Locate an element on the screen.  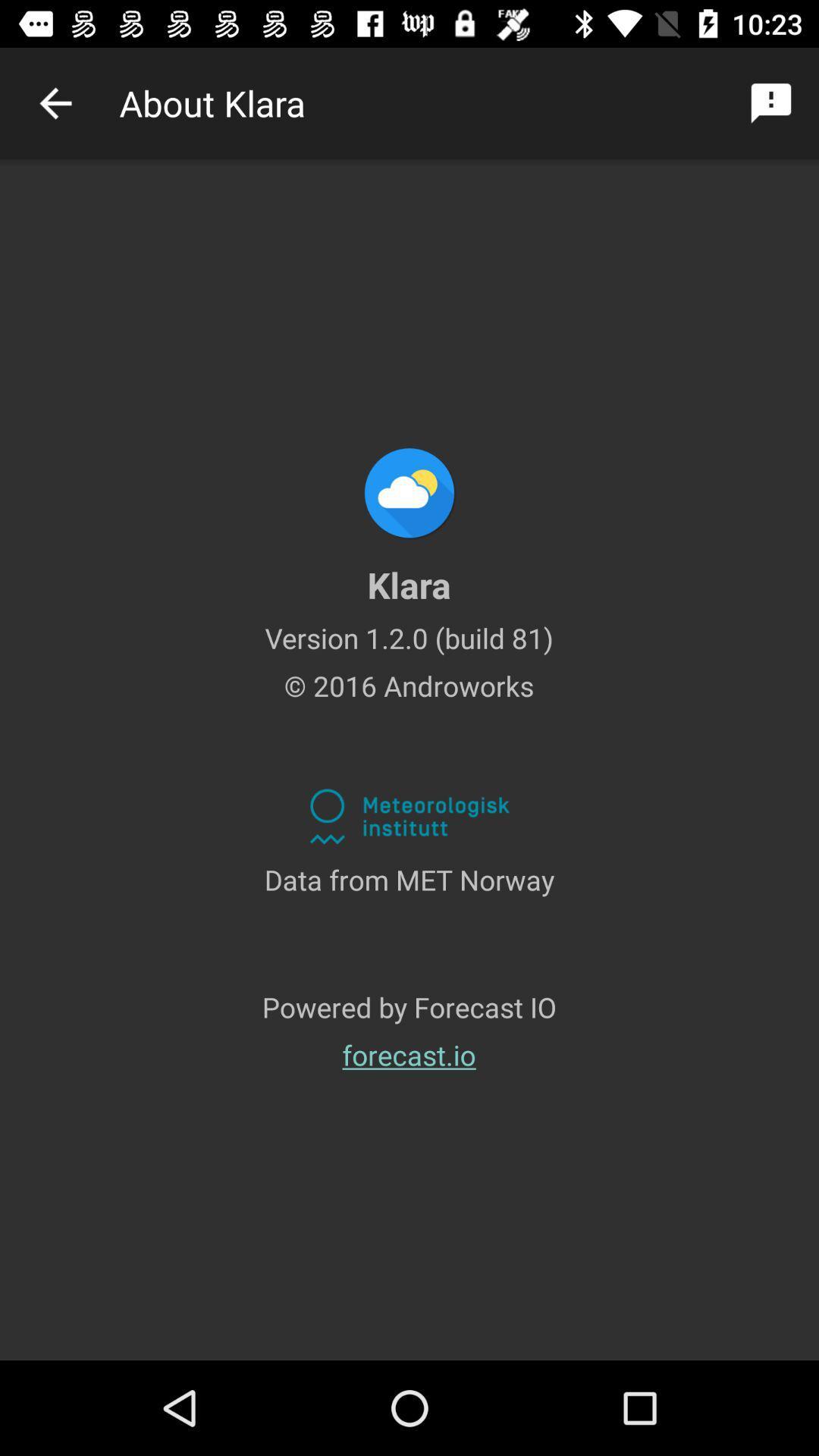
item to the left of the about klara item is located at coordinates (55, 102).